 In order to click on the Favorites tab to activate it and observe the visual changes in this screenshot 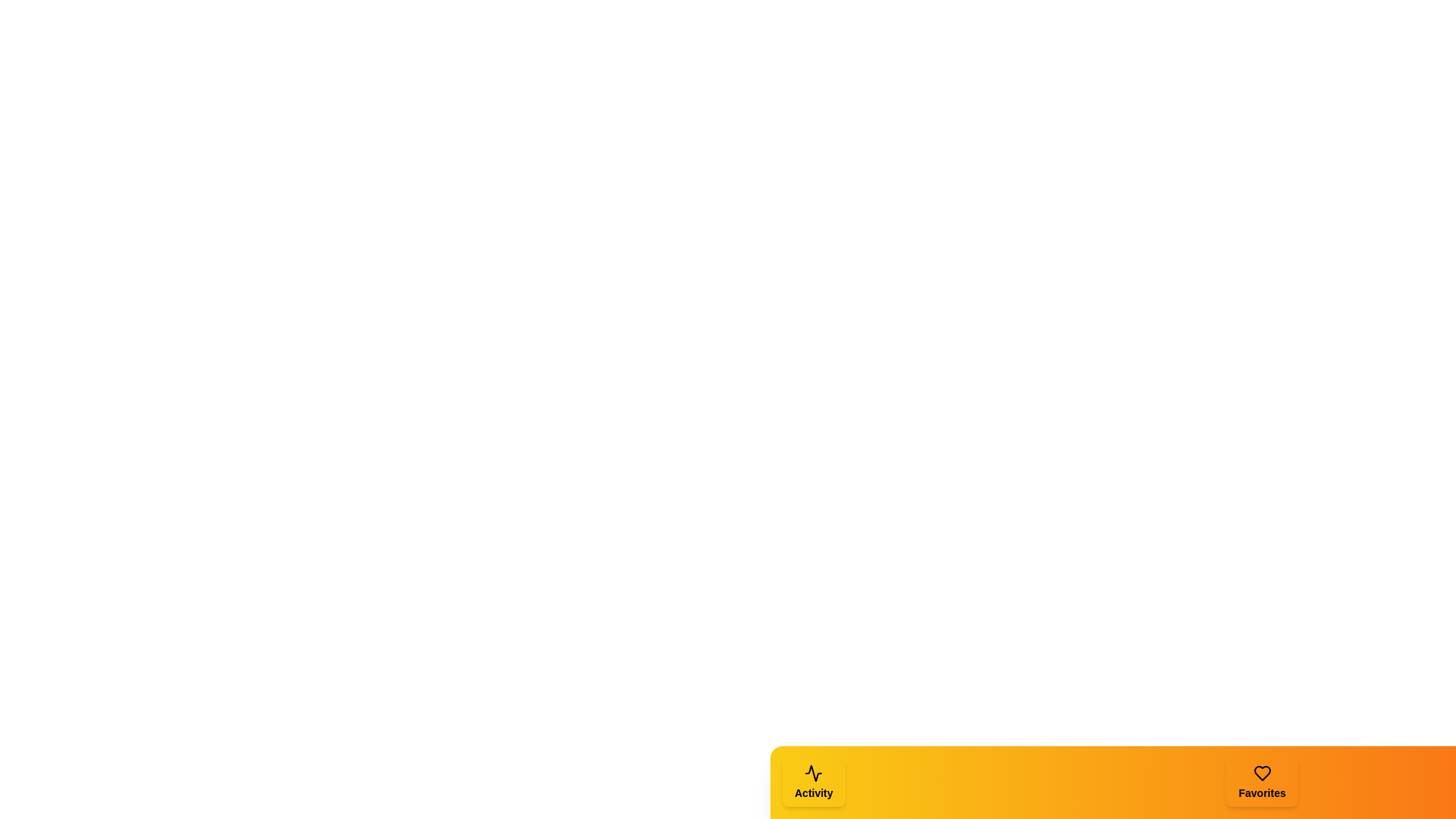, I will do `click(1262, 783)`.